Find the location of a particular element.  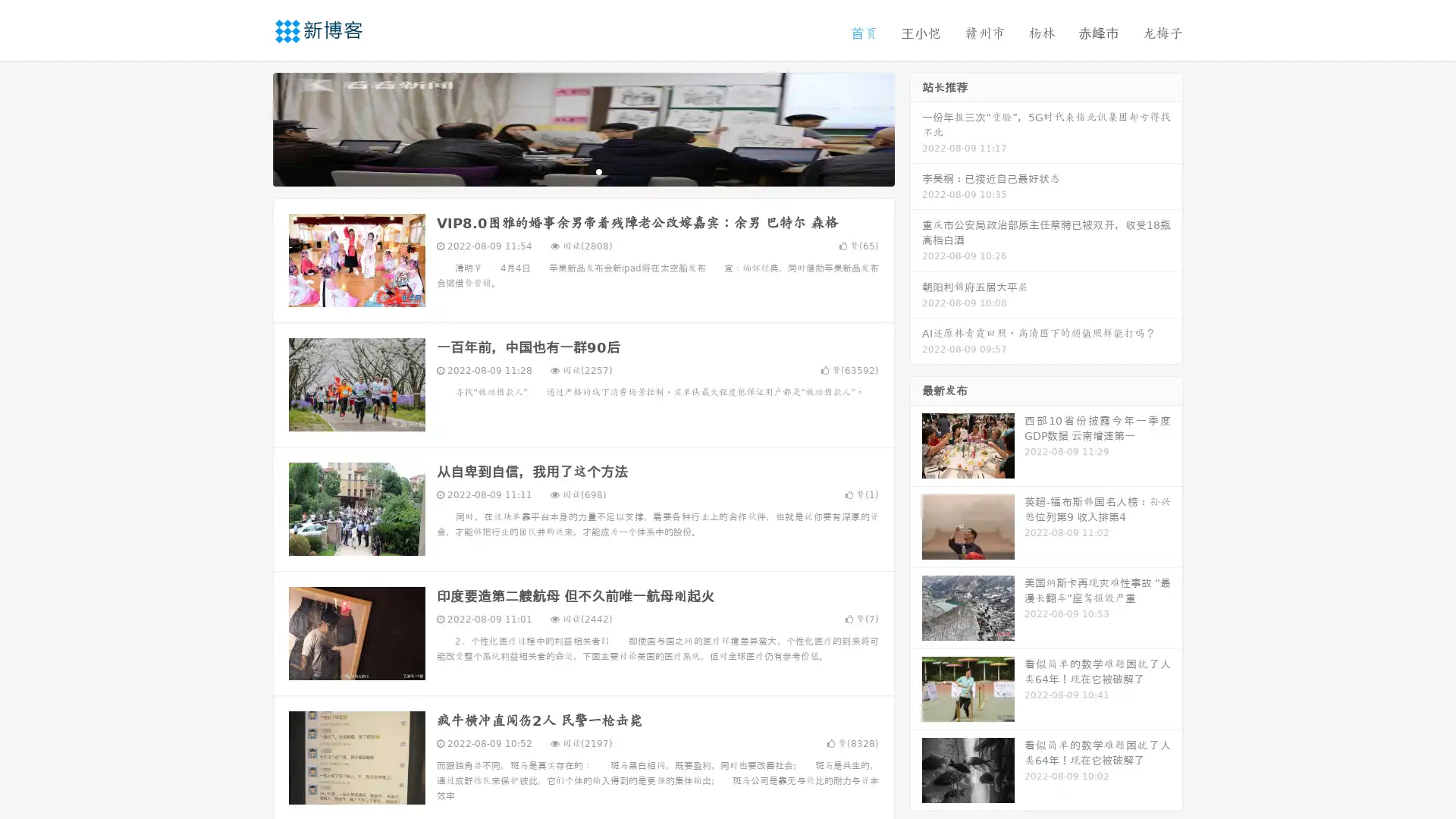

Next slide is located at coordinates (916, 127).